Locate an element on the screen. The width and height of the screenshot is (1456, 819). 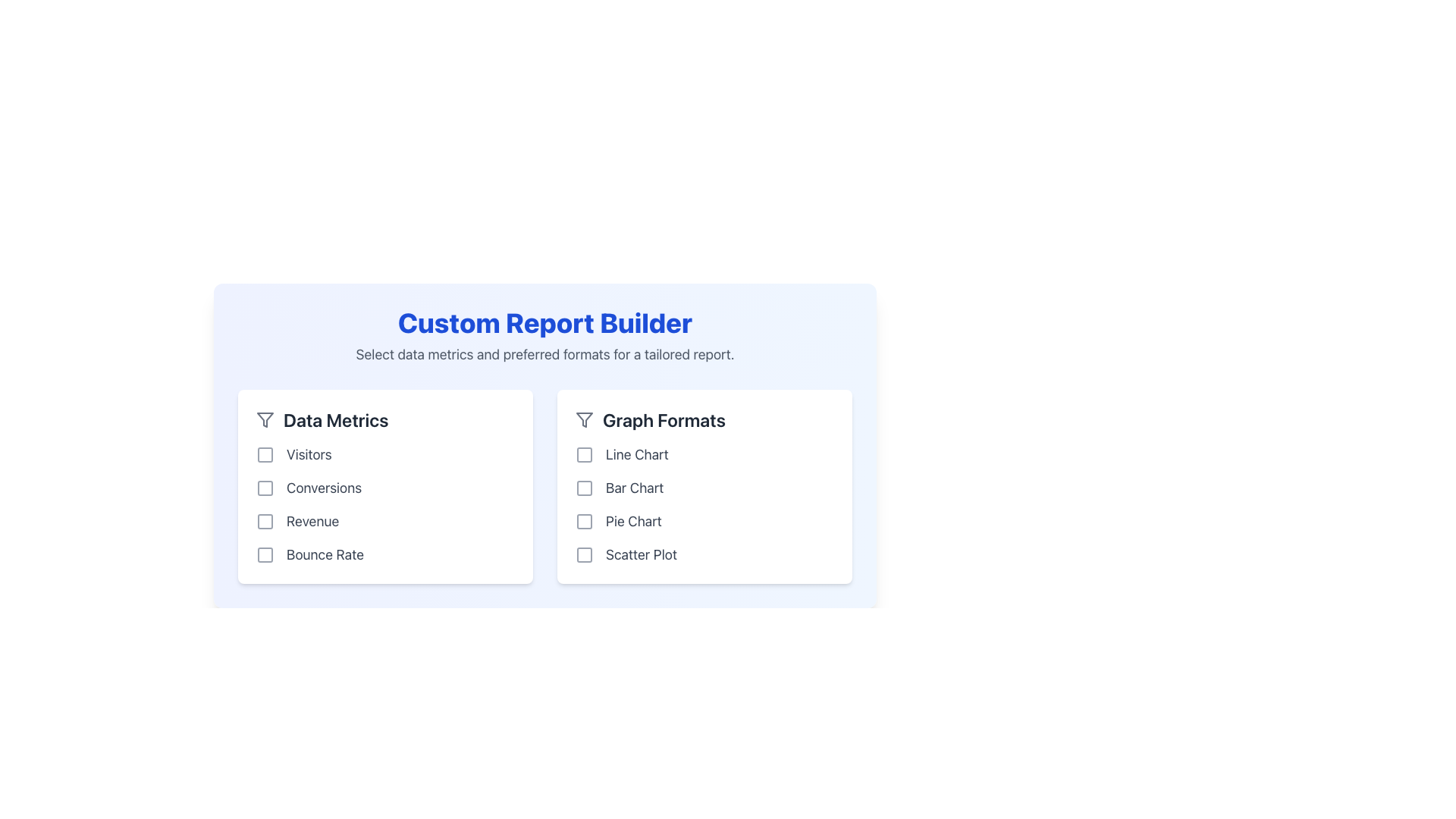
the Text label for the checkbox option in the 'Data Metrics' section of the 'Custom Report Builder' page is located at coordinates (308, 454).